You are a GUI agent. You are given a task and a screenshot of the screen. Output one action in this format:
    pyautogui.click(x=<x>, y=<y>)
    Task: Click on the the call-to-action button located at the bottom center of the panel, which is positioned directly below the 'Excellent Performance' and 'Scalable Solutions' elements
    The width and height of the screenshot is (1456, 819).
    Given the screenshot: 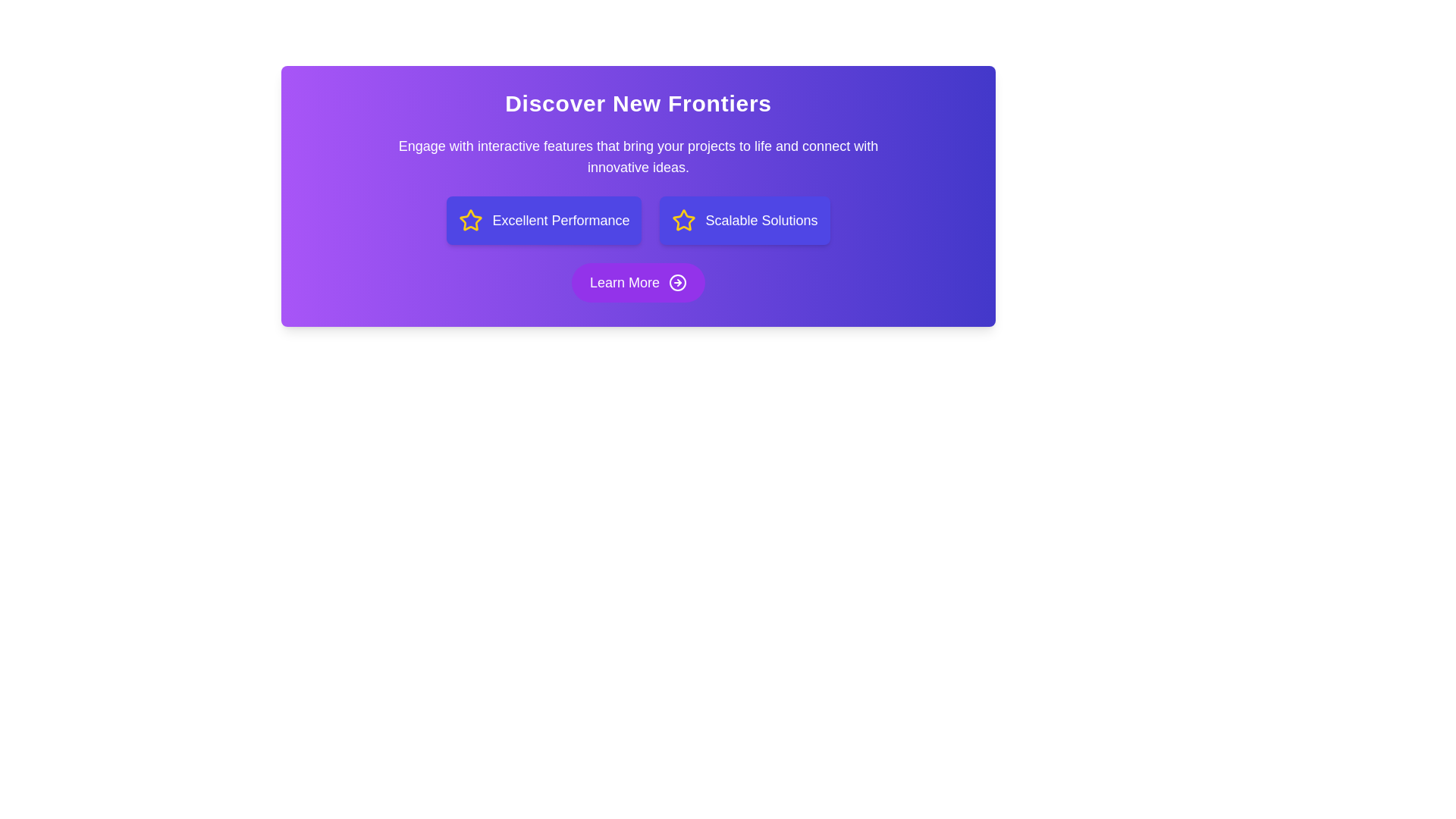 What is the action you would take?
    pyautogui.click(x=638, y=283)
    